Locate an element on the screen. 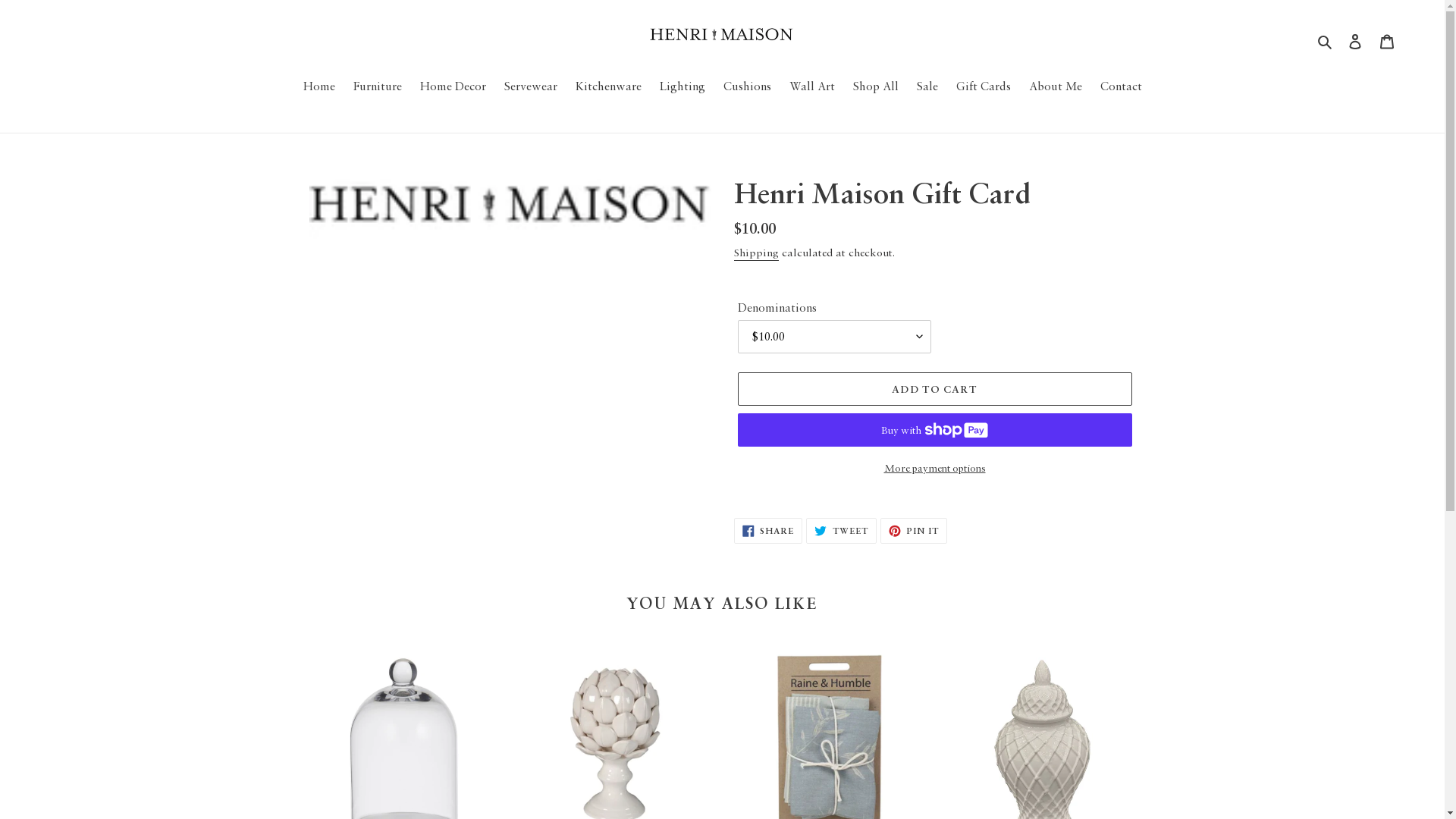 This screenshot has height=819, width=1456. 'Cushions' is located at coordinates (747, 86).